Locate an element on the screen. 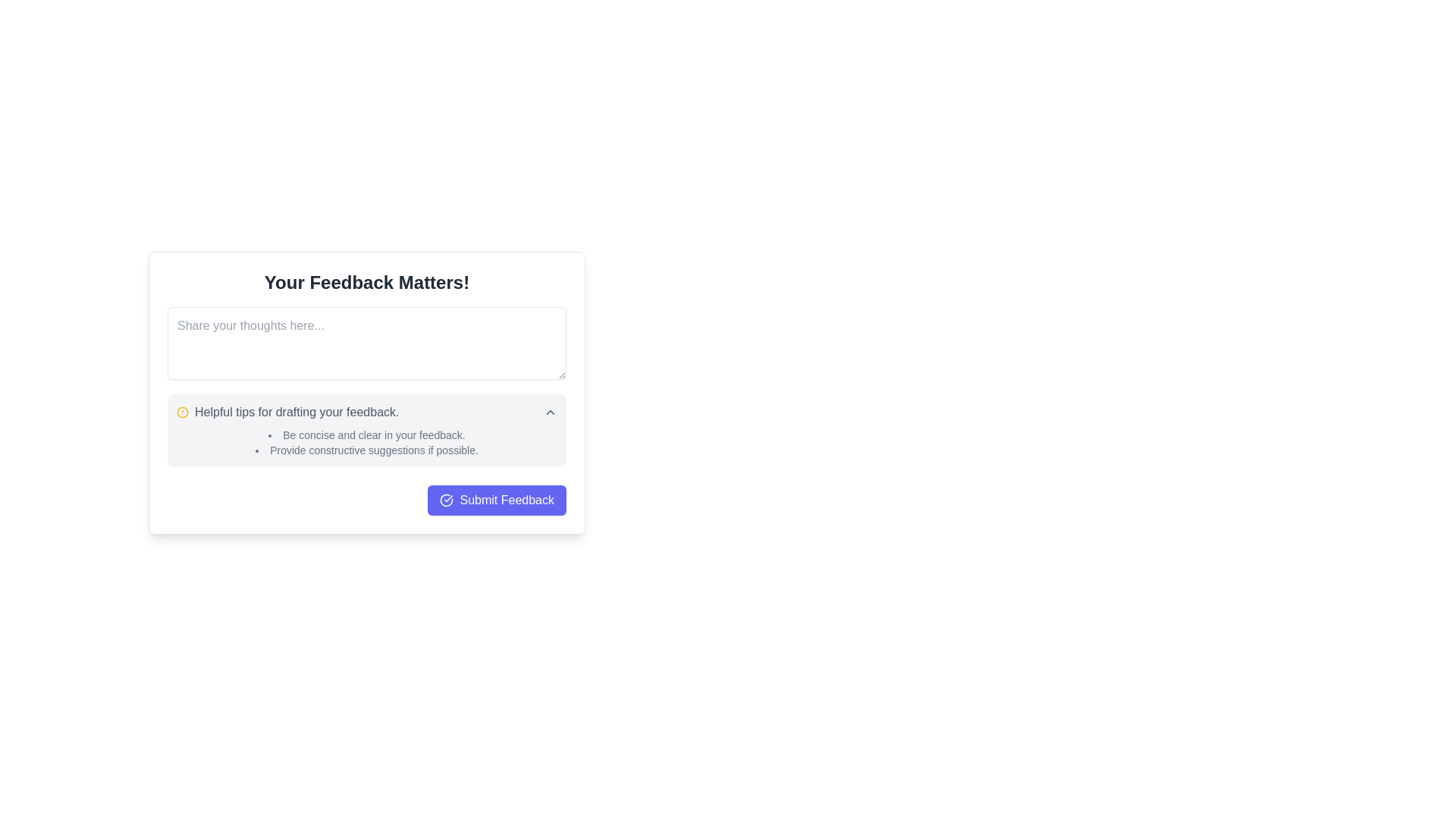  text 'Helpful tips for drafting your feedback.' from the informational label with a yellowish circular icon, located centrally within a gray background box is located at coordinates (367, 412).